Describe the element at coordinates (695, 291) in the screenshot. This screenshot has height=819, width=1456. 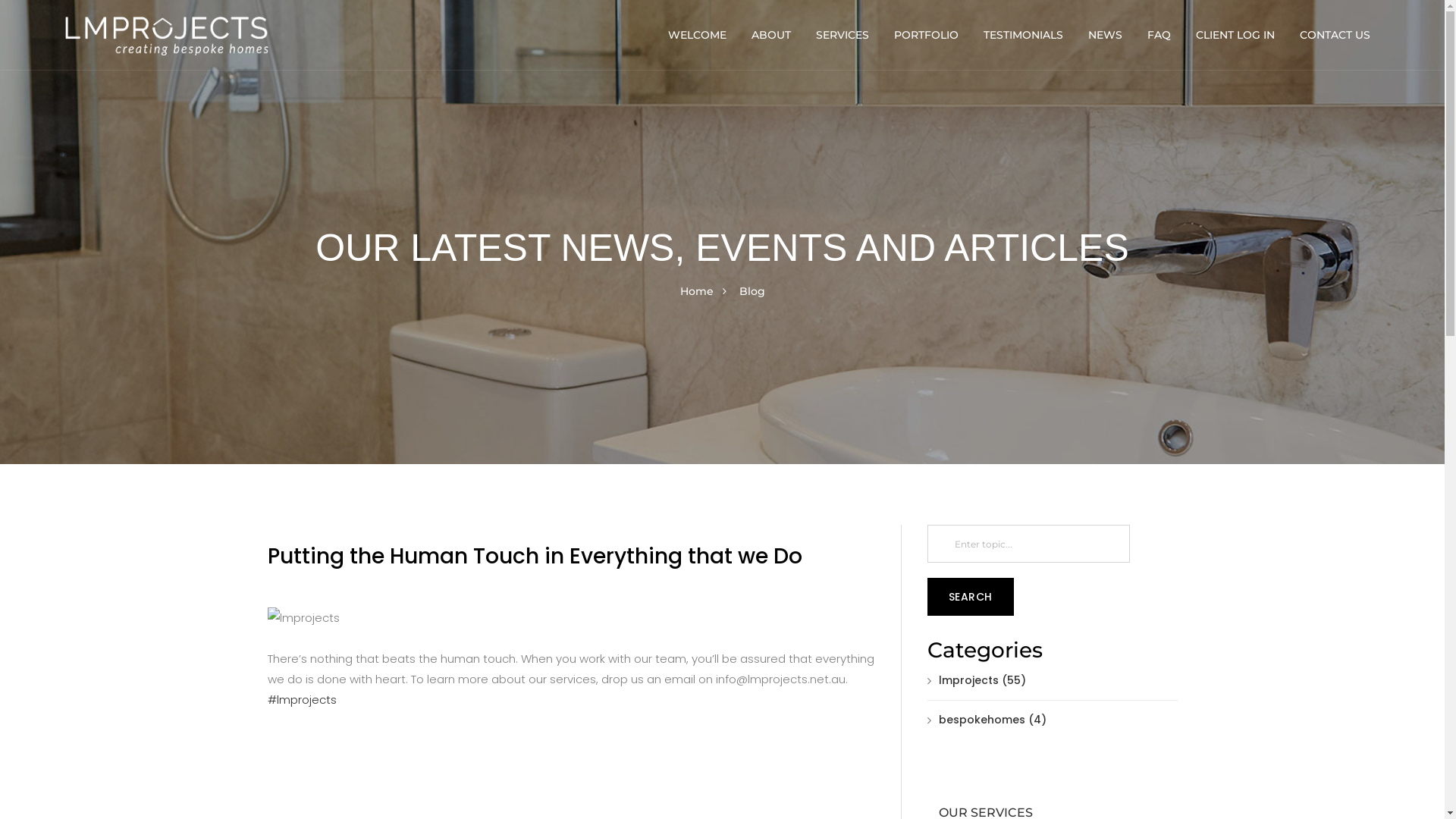
I see `'Home'` at that location.